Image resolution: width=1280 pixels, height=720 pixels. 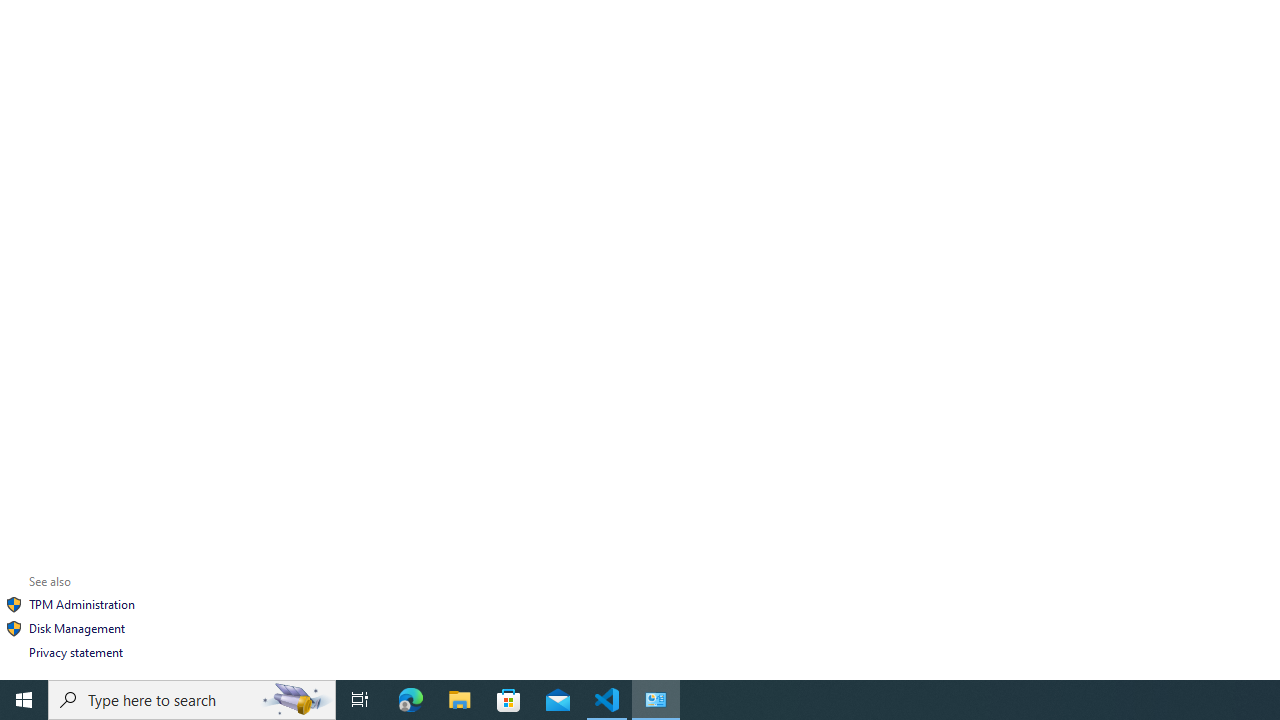 I want to click on 'Icon', so click(x=14, y=627).